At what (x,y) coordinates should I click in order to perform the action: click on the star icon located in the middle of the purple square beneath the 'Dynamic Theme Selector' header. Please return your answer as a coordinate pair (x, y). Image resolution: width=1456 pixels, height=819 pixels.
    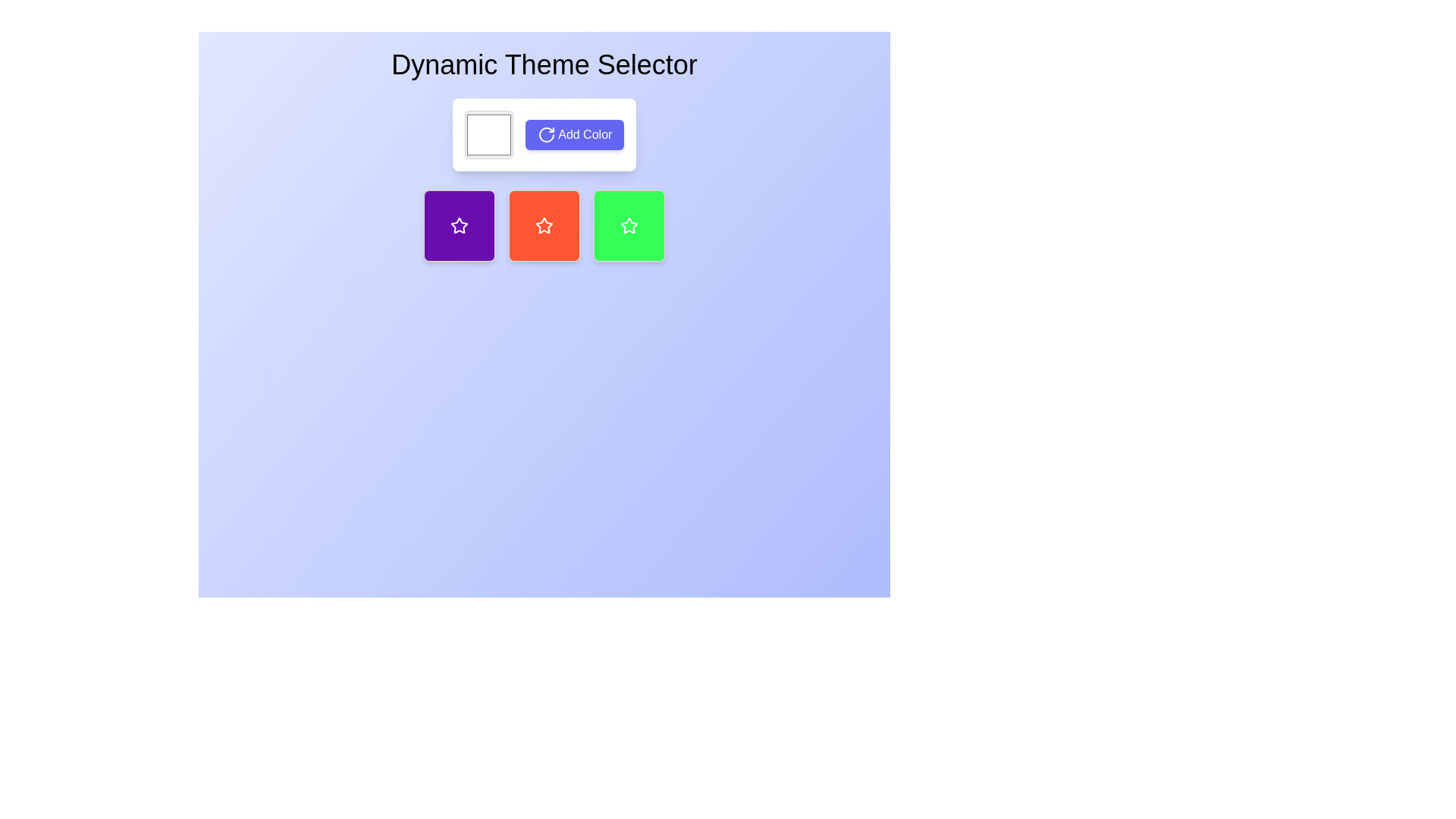
    Looking at the image, I should click on (458, 225).